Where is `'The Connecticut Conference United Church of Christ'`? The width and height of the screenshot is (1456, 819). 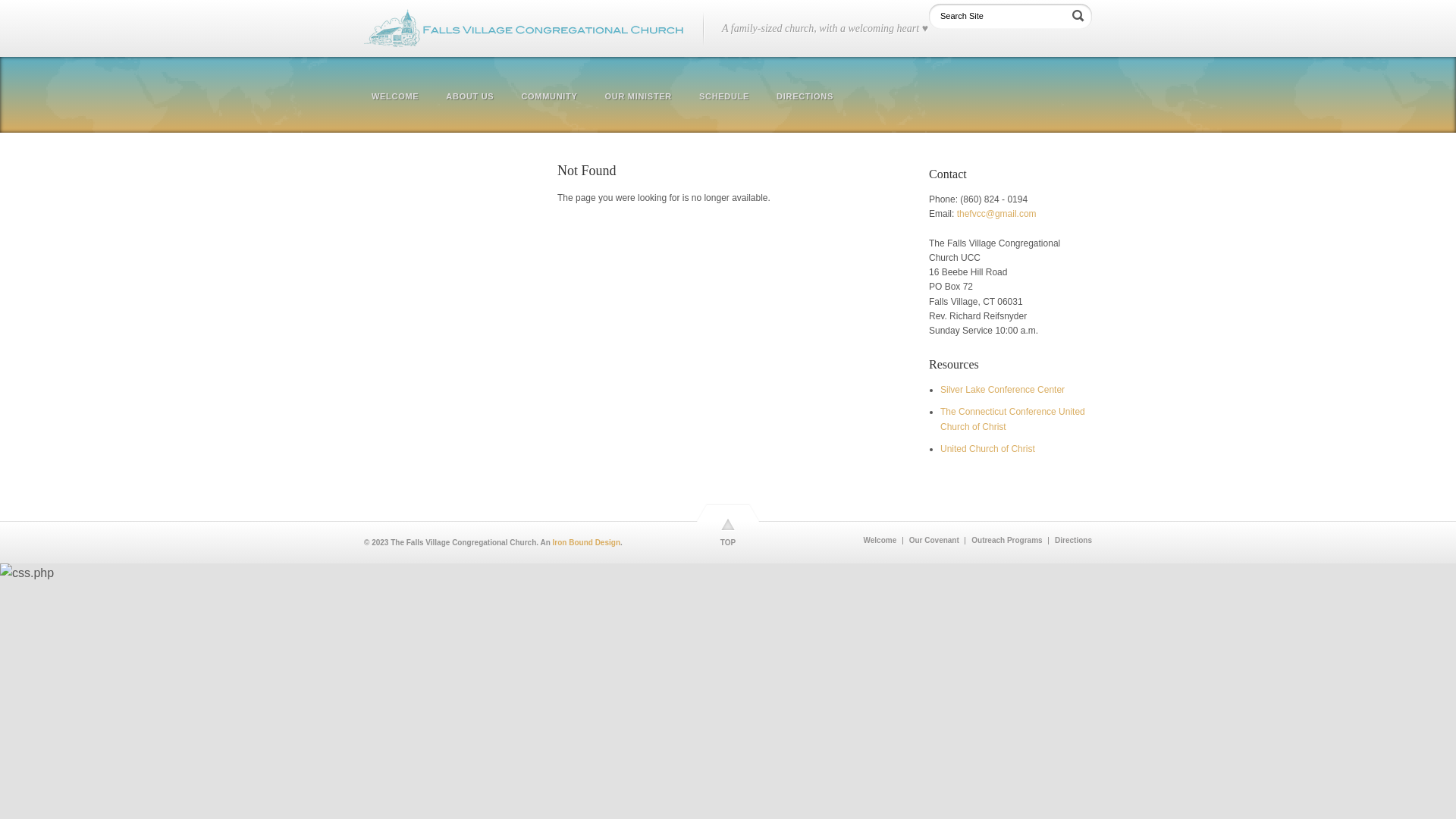 'The Connecticut Conference United Church of Christ' is located at coordinates (1012, 419).